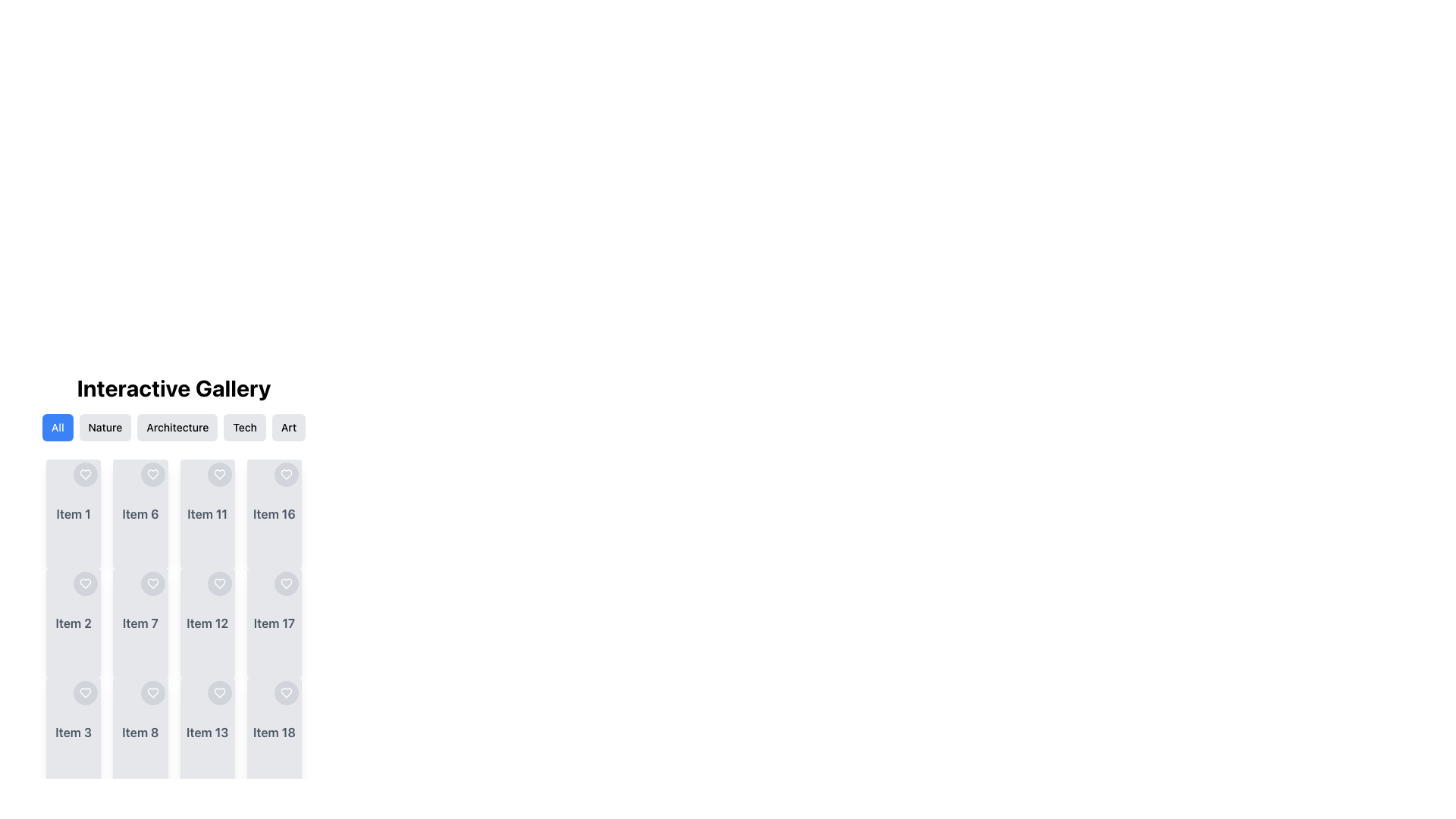  Describe the element at coordinates (73, 731) in the screenshot. I see `the rectangular card containing the text 'Item 3' and a heart icon, located in the first column of the grid layout` at that location.